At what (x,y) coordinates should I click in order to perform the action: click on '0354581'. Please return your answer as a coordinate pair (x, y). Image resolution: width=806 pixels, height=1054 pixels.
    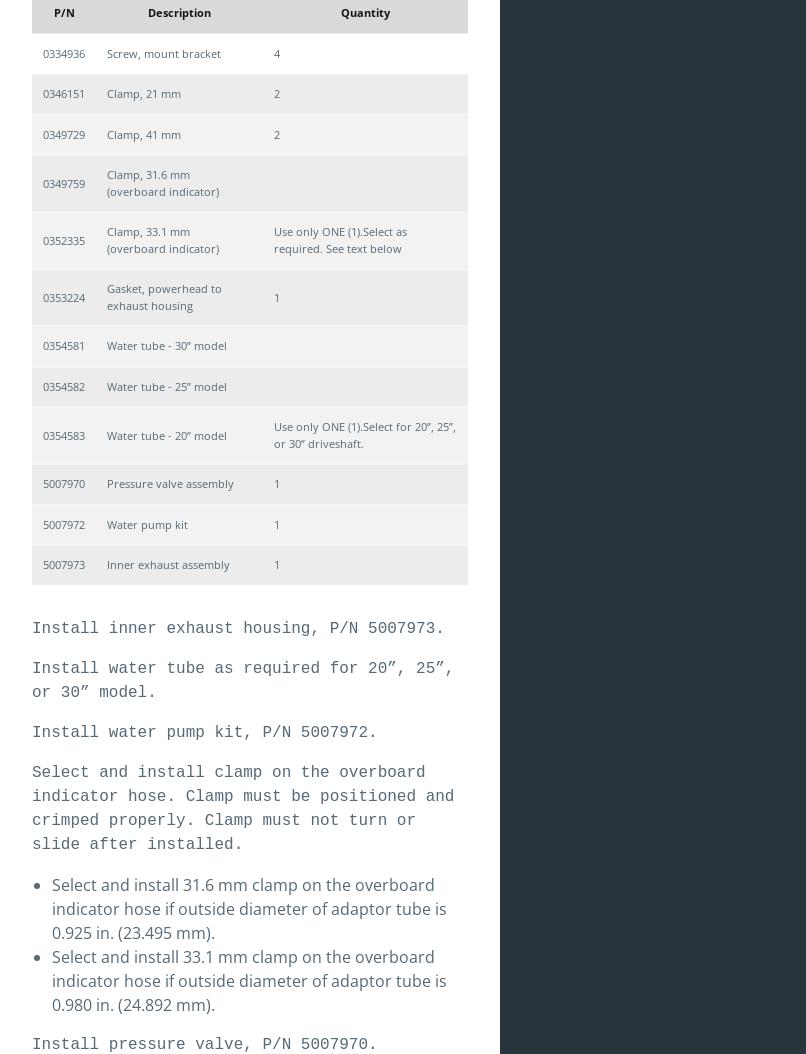
    Looking at the image, I should click on (63, 345).